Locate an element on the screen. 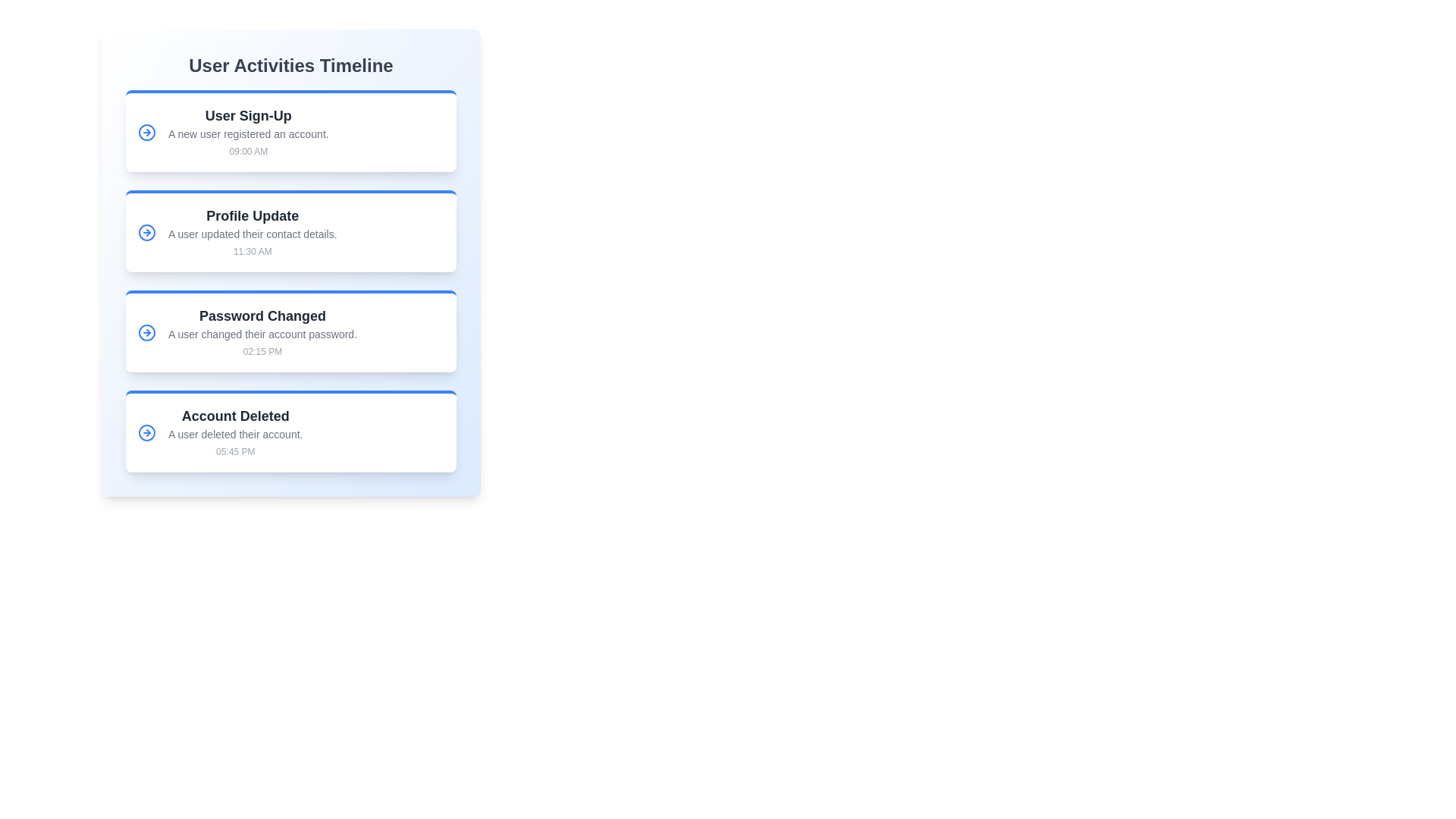 The height and width of the screenshot is (819, 1456). the title element labeled 'Password Changed' in the third block of the vertical timeline is located at coordinates (262, 315).